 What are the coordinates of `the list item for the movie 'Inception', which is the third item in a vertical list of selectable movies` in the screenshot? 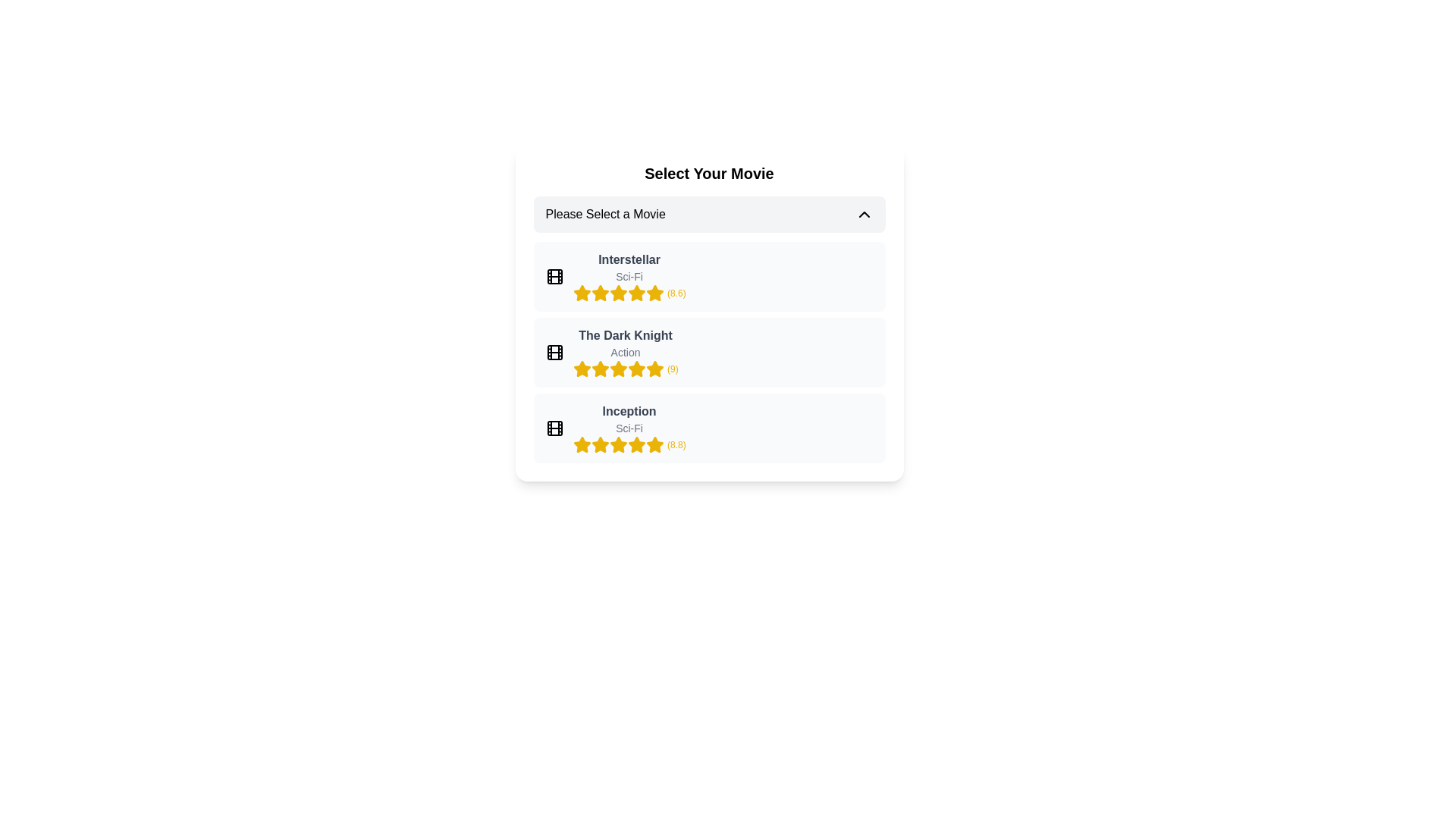 It's located at (629, 428).